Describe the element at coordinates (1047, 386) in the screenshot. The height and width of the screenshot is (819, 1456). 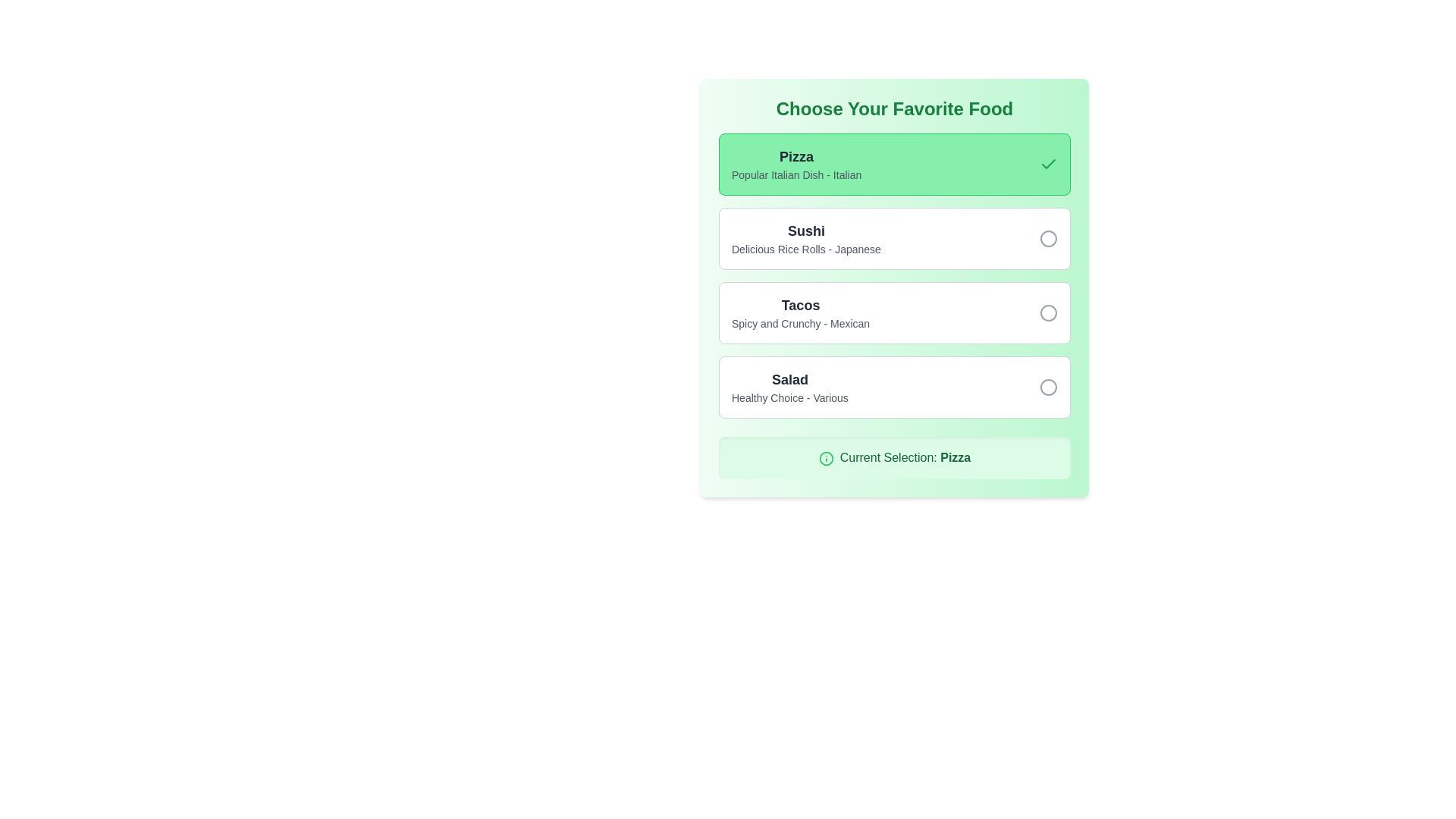
I see `the circular radio button selector for the 'Salad' choice` at that location.